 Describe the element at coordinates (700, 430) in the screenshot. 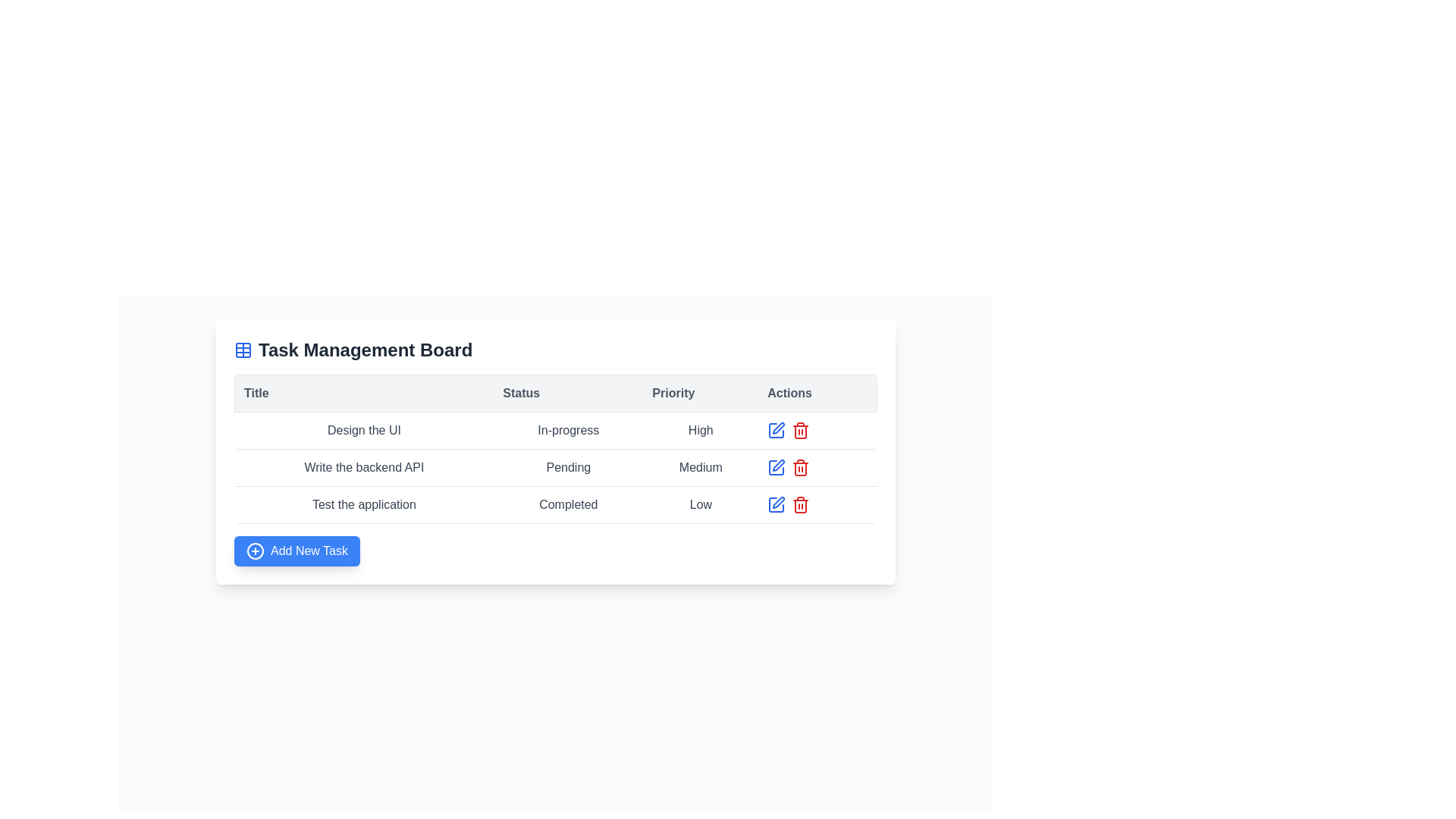

I see `the 'High' priority status text label located in the first row of the task table, between the 'In-progress' status and the actions` at that location.